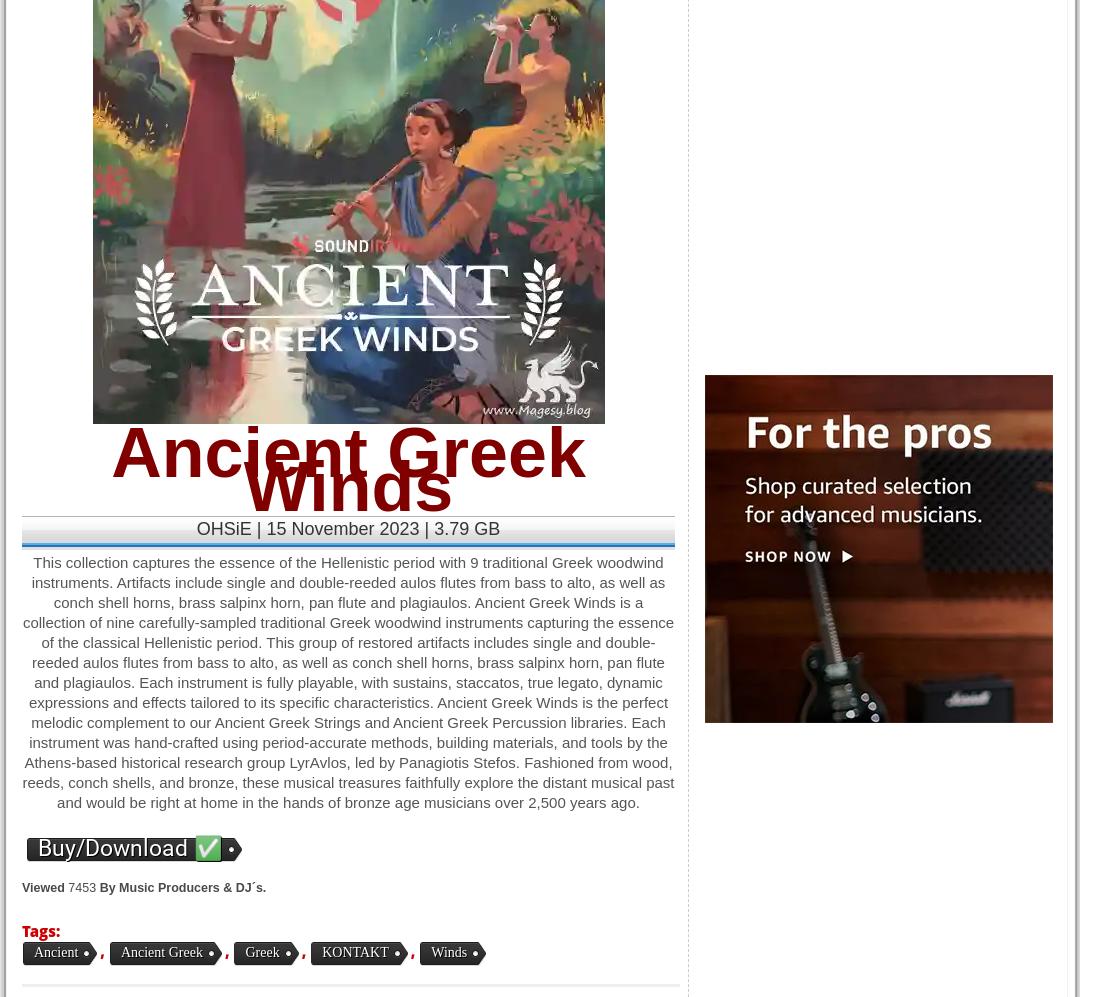 The image size is (1106, 997). I want to click on 'KONTAKT', so click(355, 952).